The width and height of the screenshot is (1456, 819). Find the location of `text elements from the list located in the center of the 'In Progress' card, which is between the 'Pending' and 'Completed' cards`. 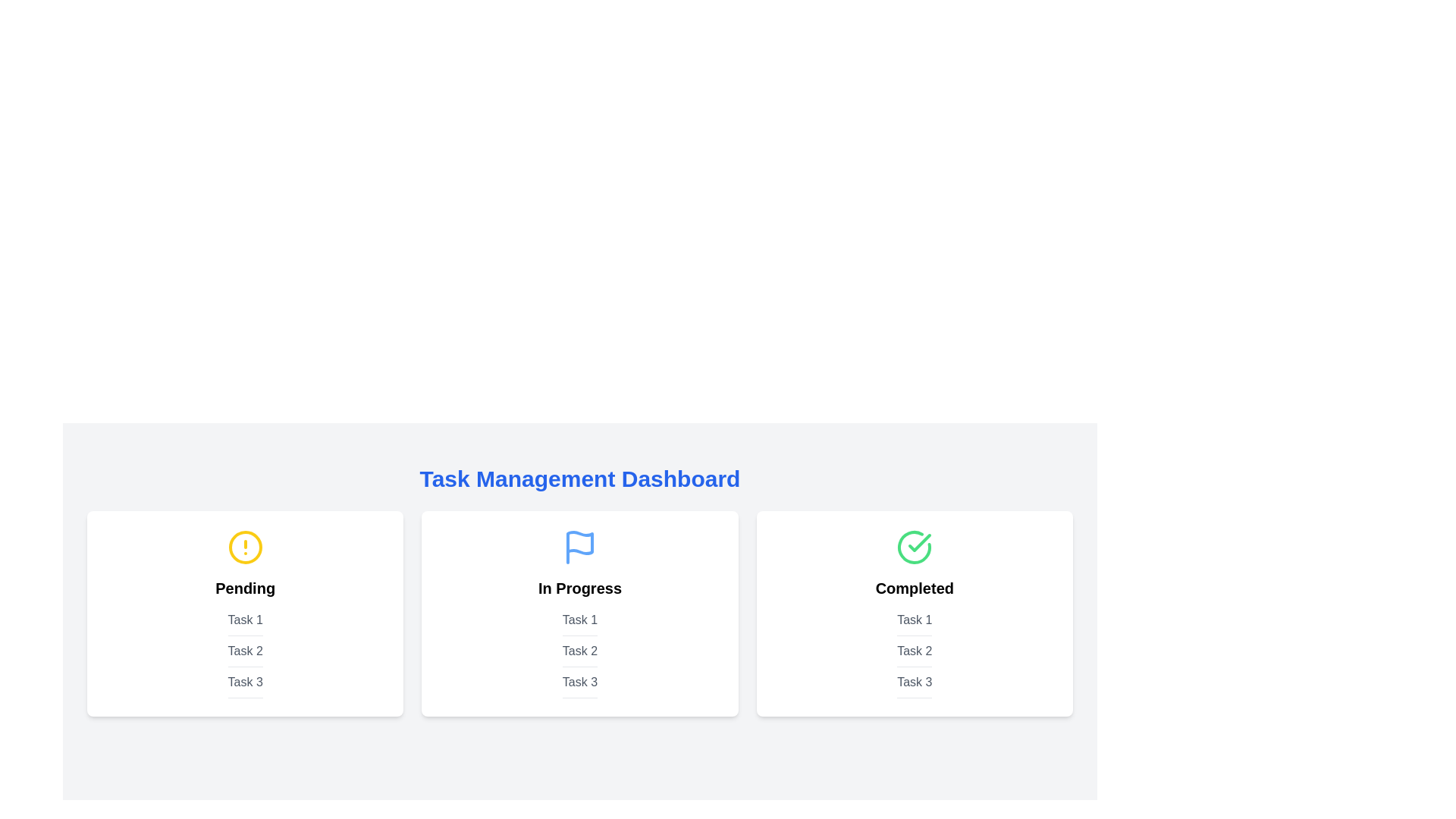

text elements from the list located in the center of the 'In Progress' card, which is between the 'Pending' and 'Completed' cards is located at coordinates (579, 654).